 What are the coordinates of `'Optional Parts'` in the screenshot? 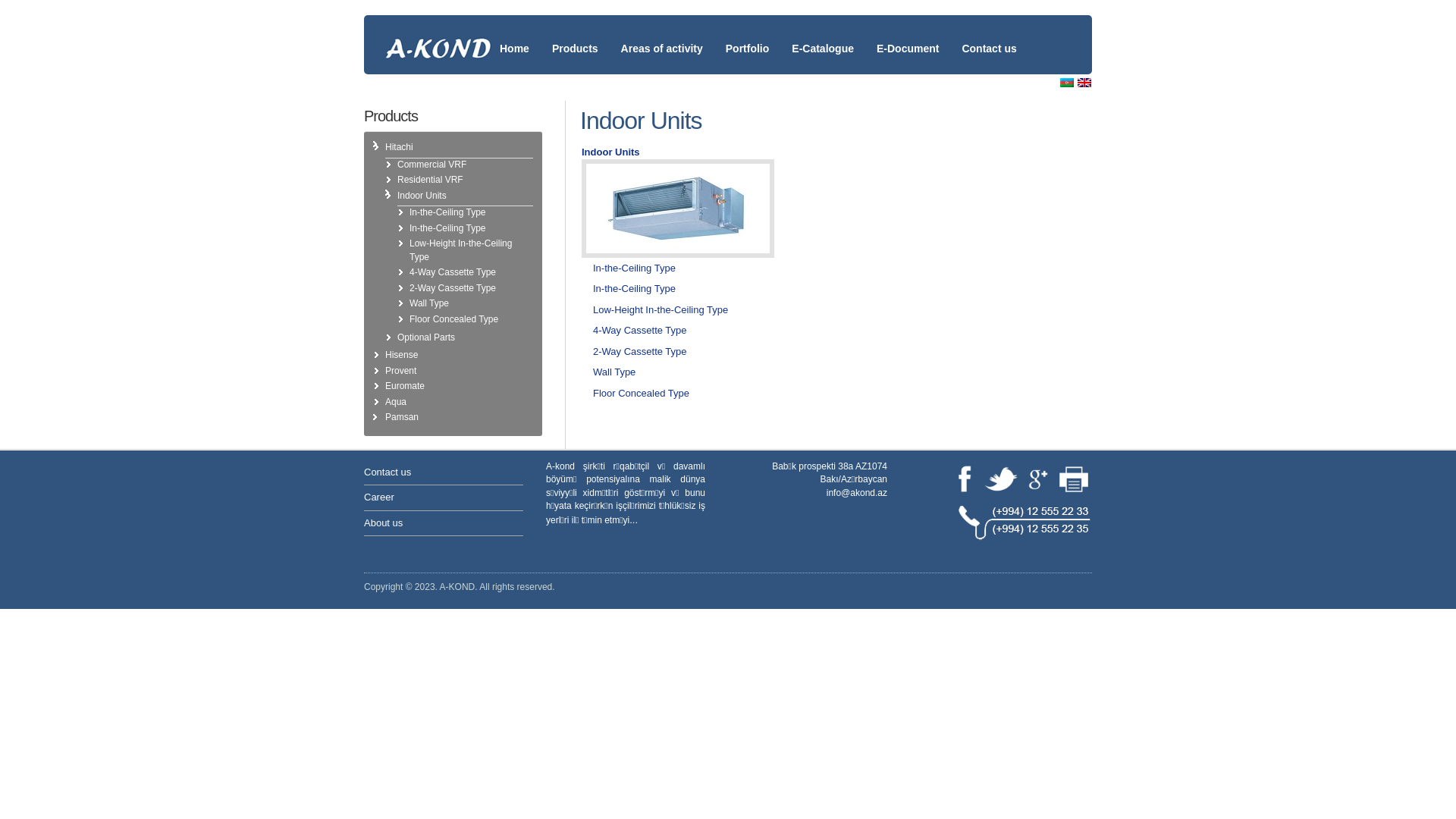 It's located at (397, 336).